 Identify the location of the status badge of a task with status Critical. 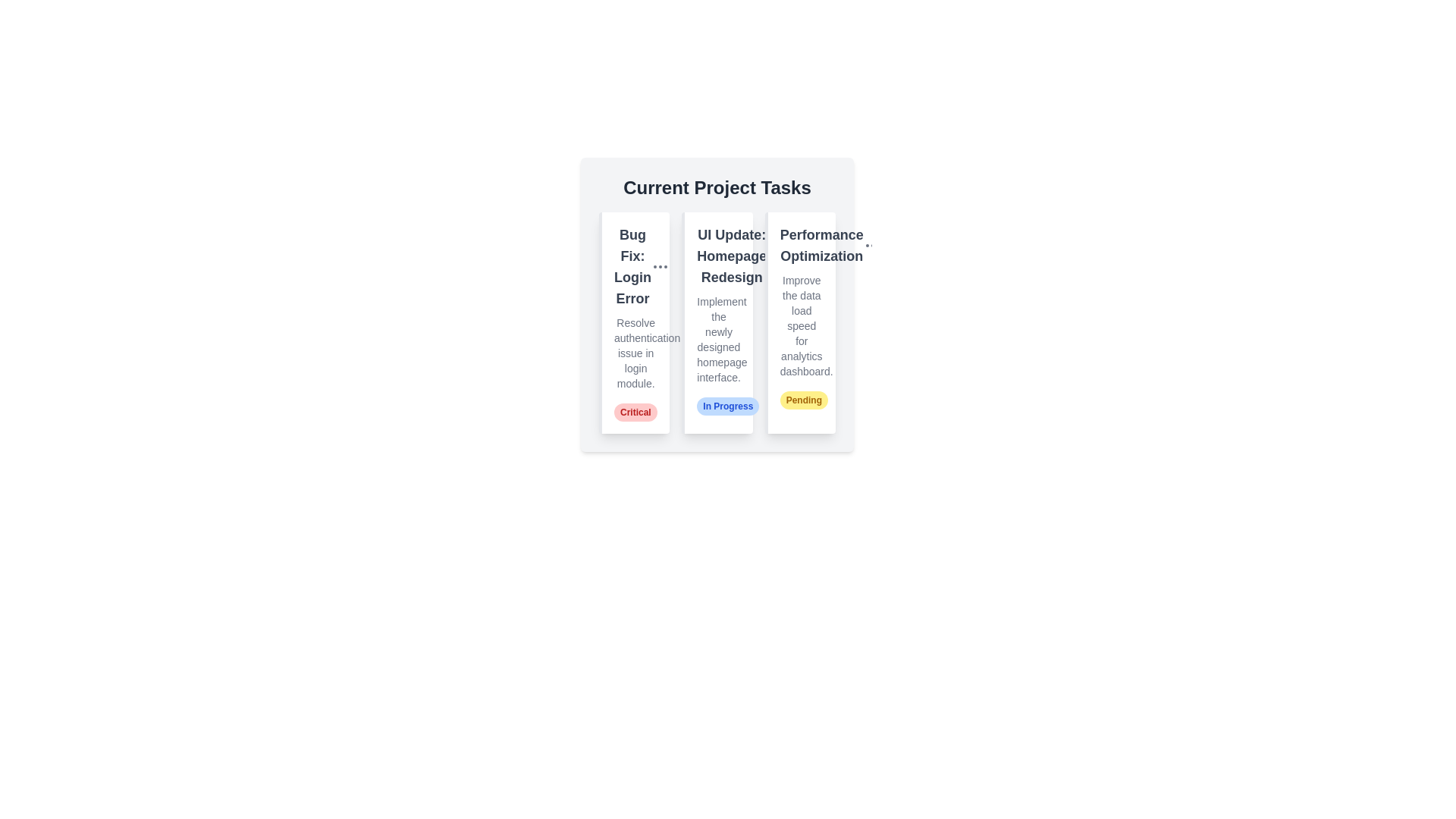
(635, 412).